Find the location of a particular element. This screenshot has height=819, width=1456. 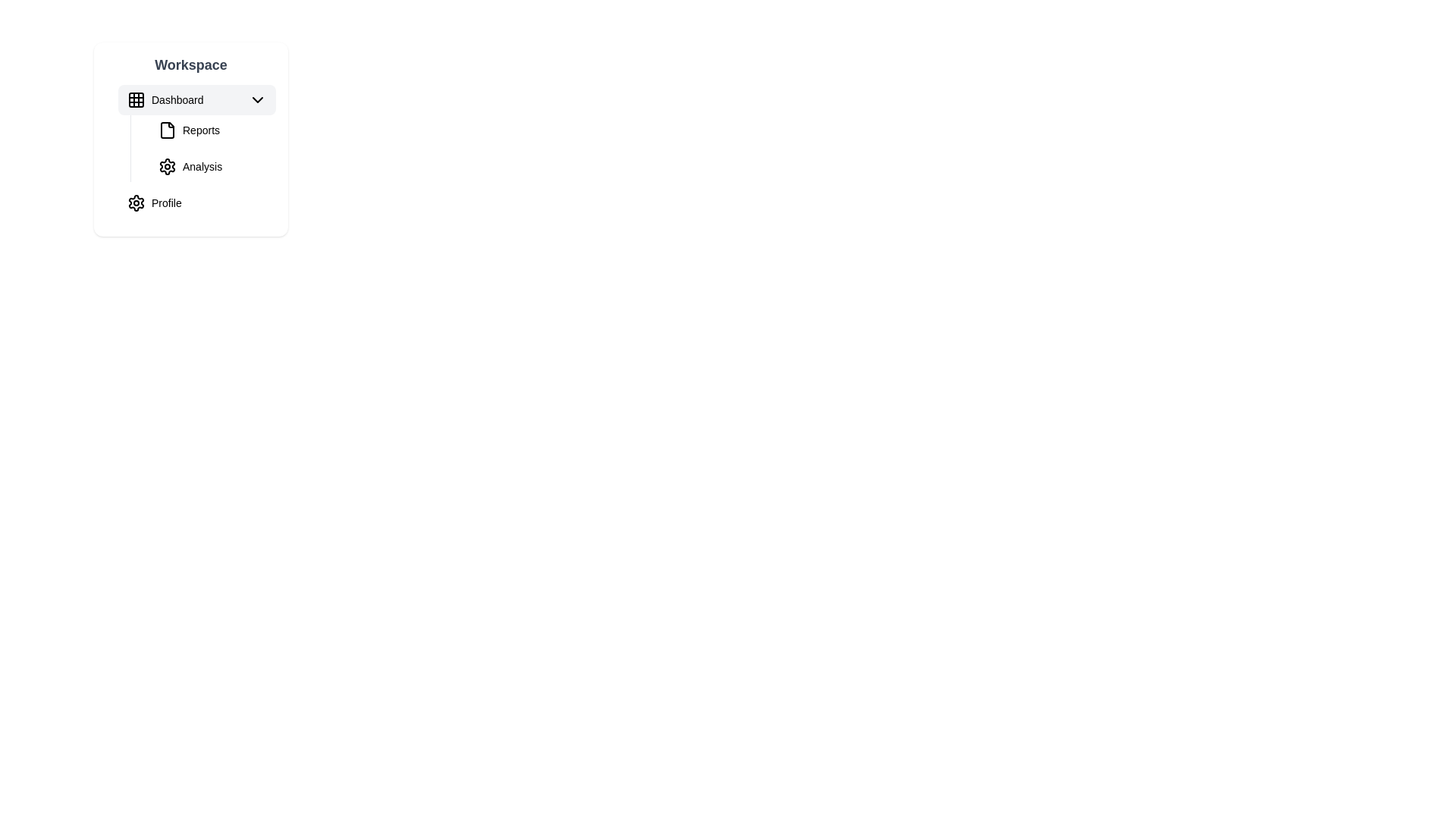

the 'Analysis' menu item located under the 'Workspace' section, which is the second option in the dropdown menu directly below 'Reports' is located at coordinates (212, 166).